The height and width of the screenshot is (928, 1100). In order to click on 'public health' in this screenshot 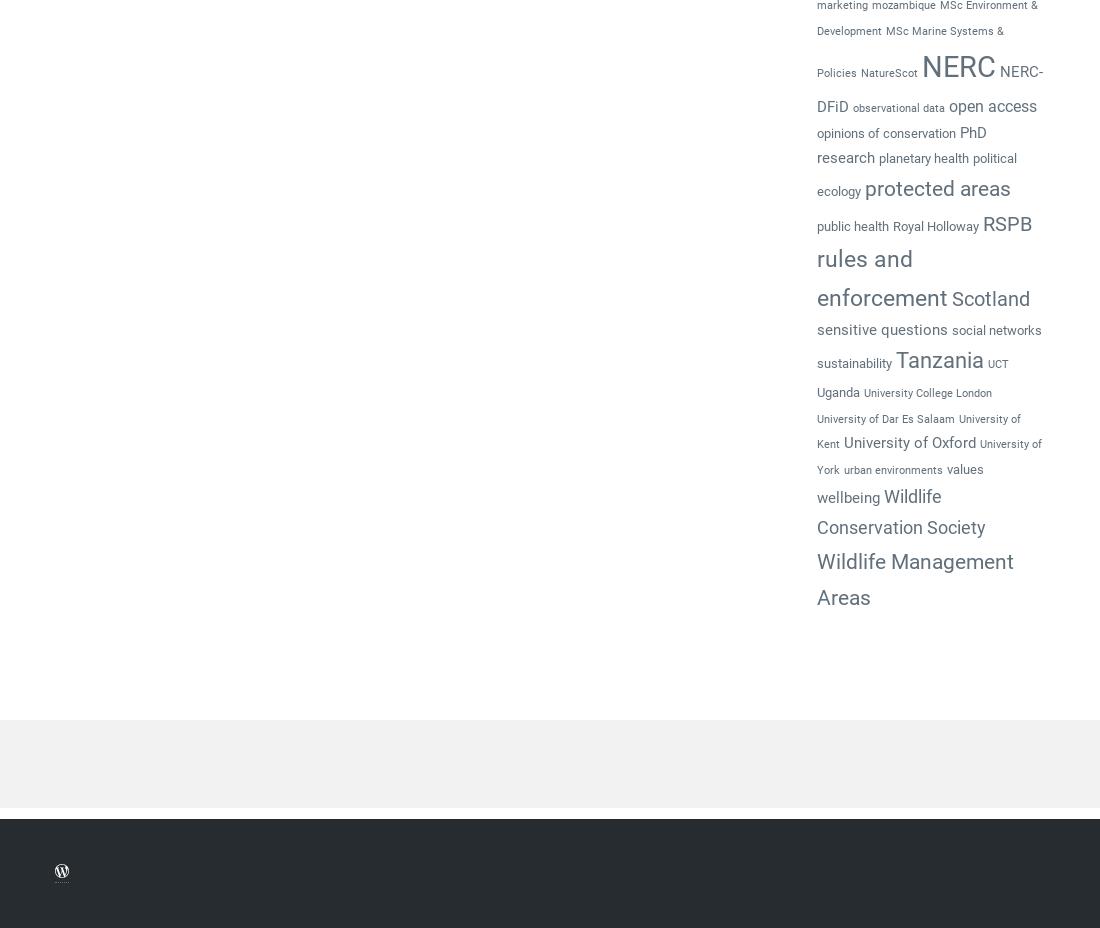, I will do `click(852, 225)`.